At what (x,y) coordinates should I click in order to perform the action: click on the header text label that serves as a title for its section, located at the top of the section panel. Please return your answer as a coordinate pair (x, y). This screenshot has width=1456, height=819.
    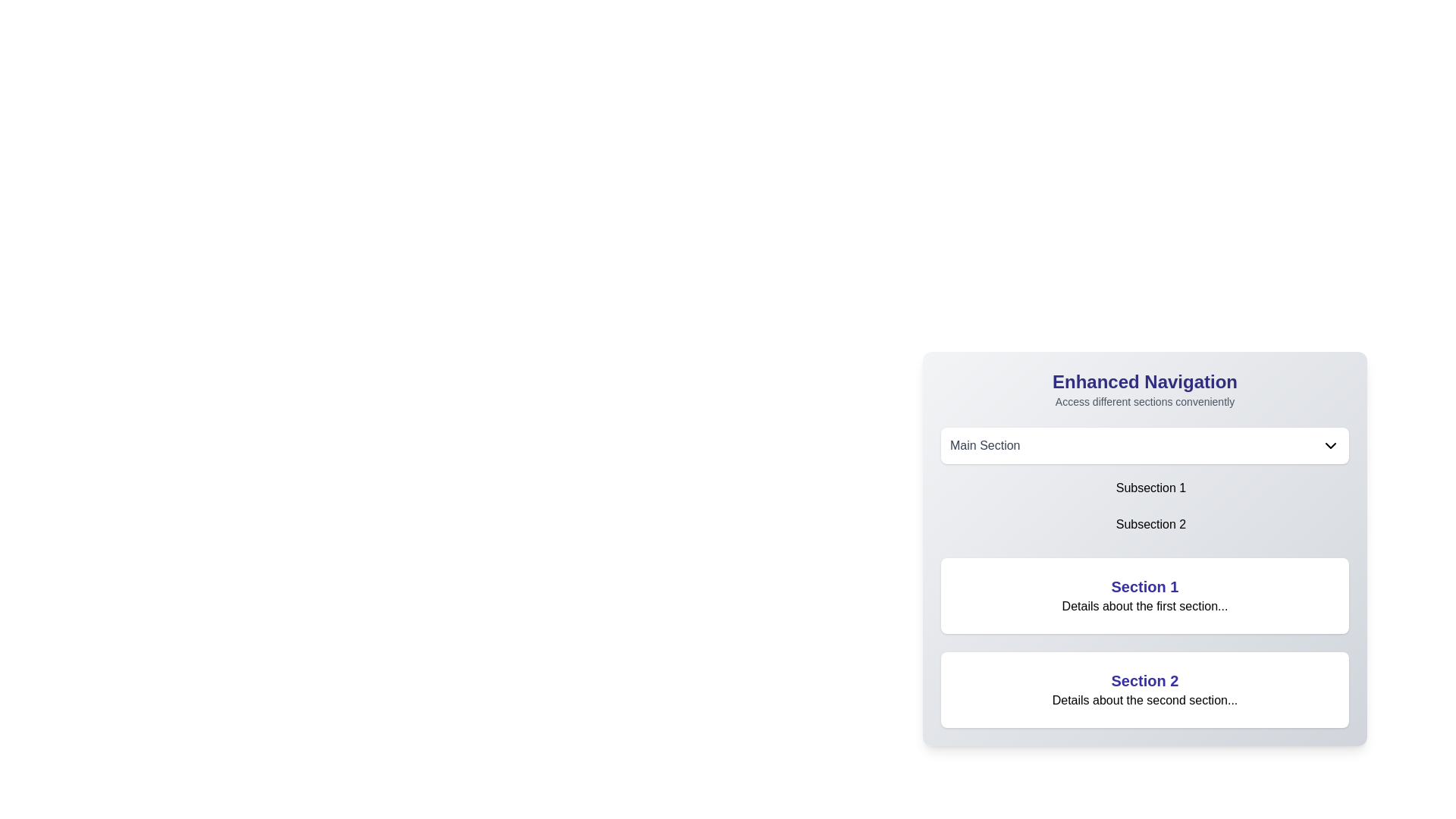
    Looking at the image, I should click on (1145, 586).